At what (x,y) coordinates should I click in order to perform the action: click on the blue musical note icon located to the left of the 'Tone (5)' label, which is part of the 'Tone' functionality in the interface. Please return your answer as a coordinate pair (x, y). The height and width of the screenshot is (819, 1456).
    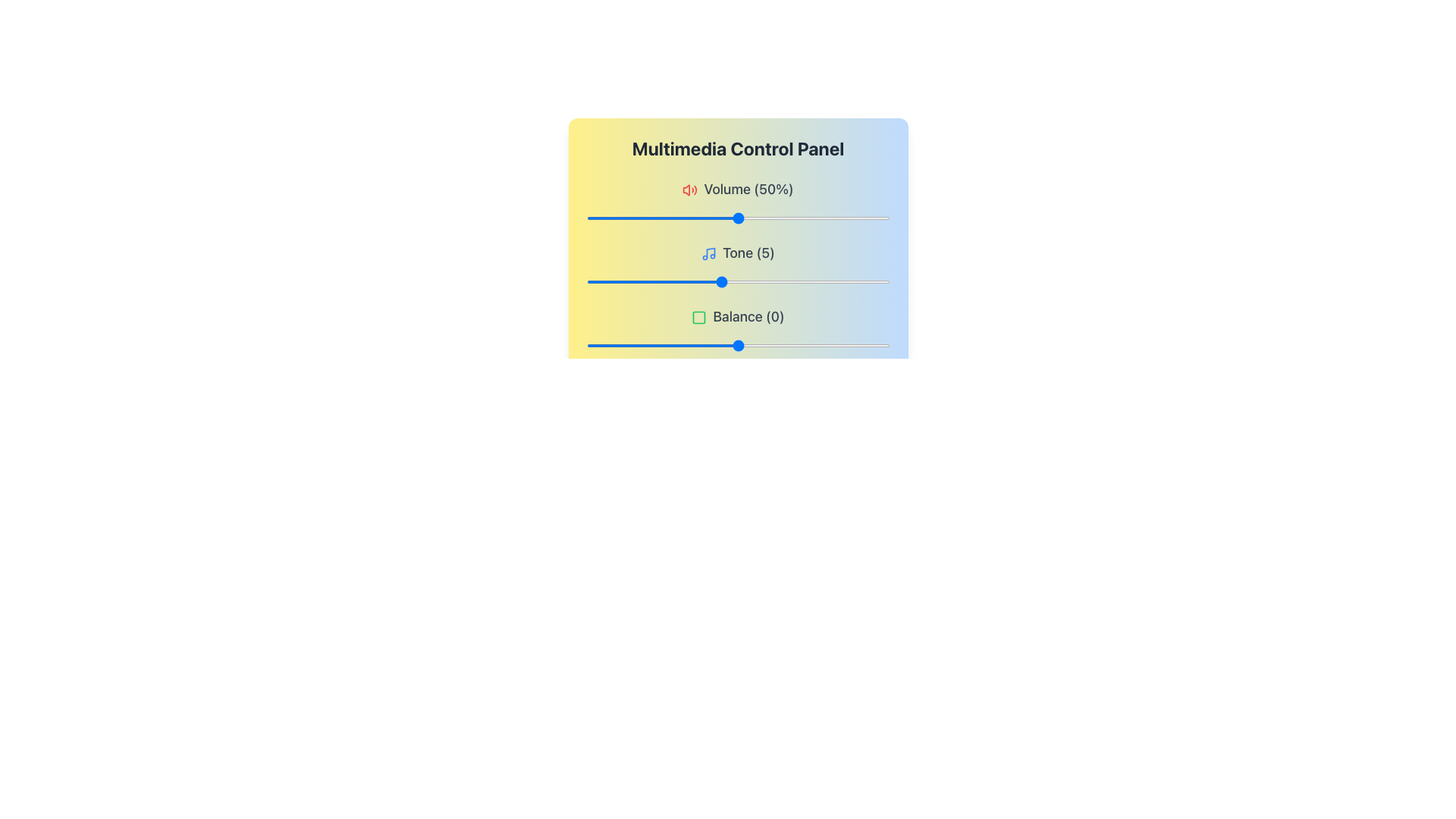
    Looking at the image, I should click on (708, 253).